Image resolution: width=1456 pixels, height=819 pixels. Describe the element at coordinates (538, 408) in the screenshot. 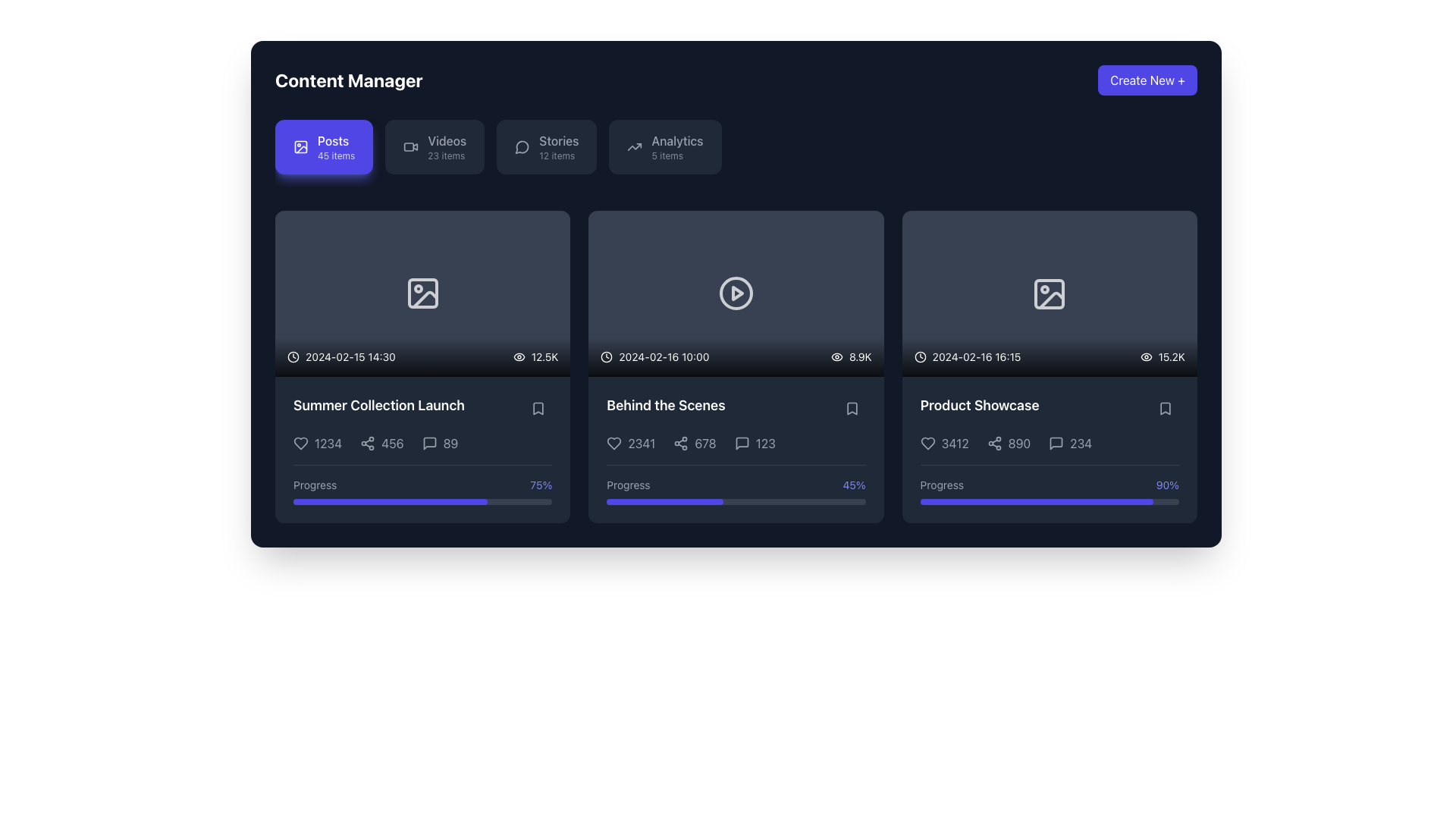

I see `the Bookmark icon located in the upper-right corner of the 'Summer Collection Launch' card to bookmark the item` at that location.